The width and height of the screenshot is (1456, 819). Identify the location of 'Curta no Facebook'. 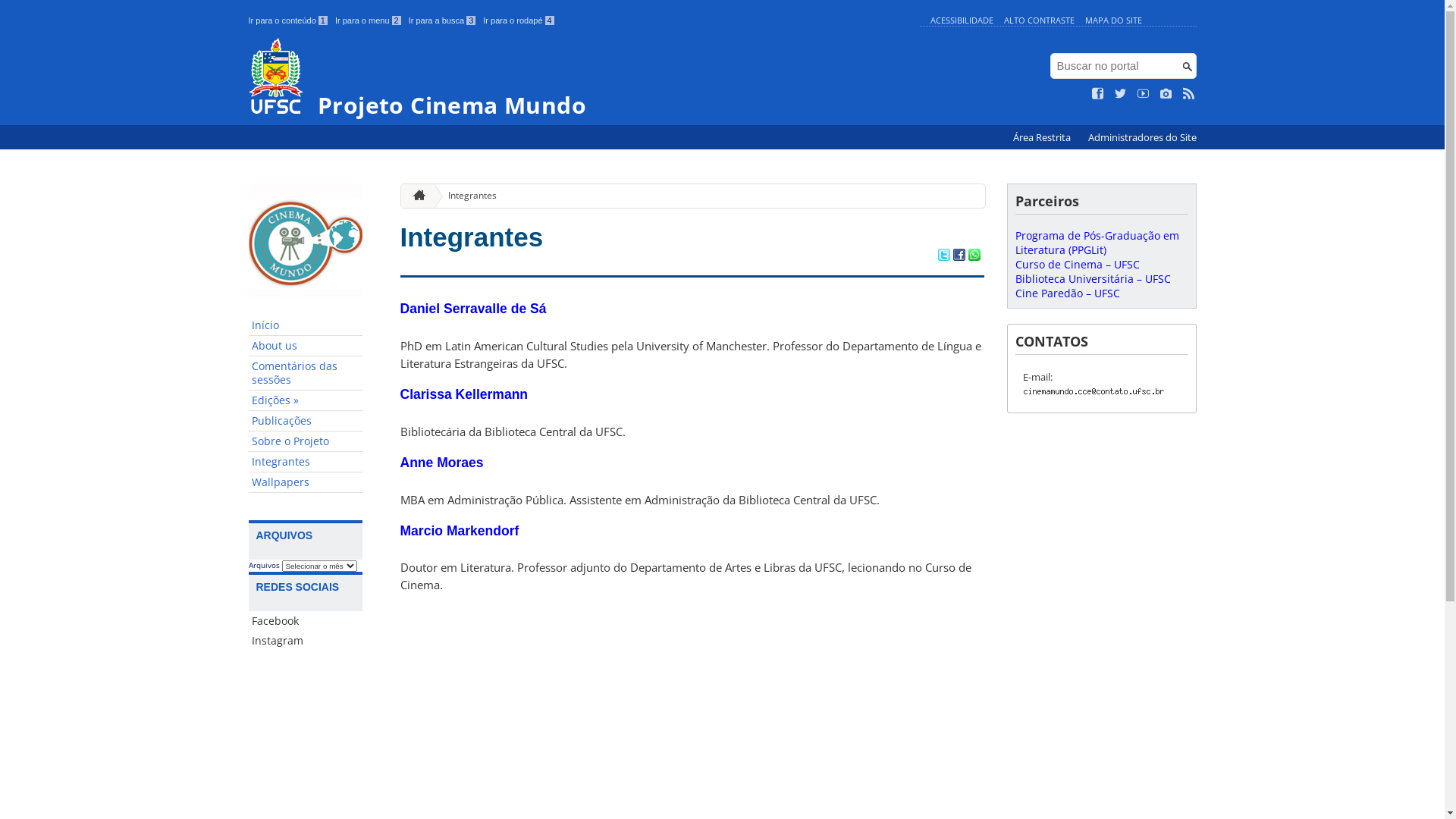
(1092, 93).